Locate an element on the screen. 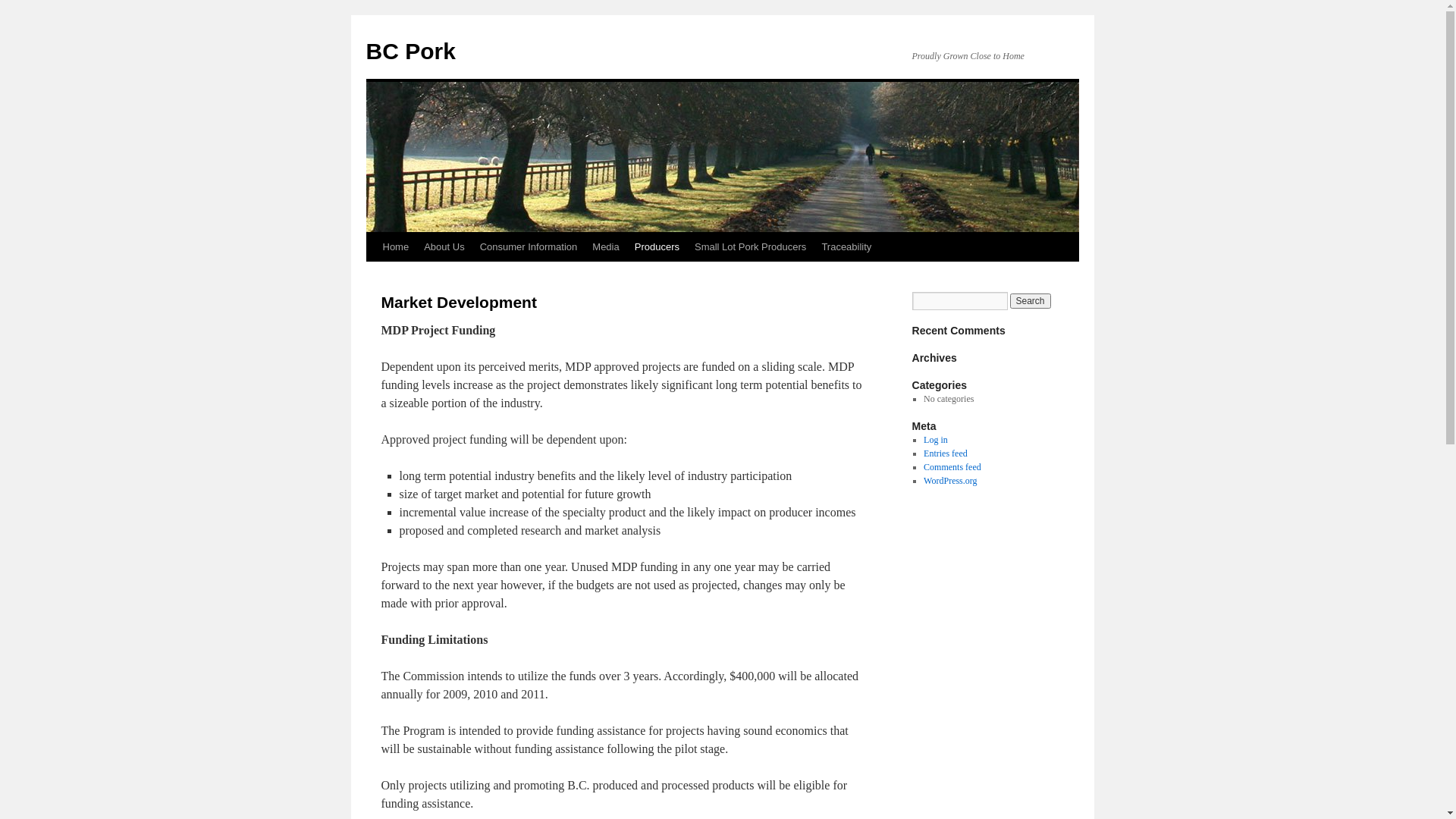 This screenshot has height=819, width=1456. 'Media' is located at coordinates (604, 246).